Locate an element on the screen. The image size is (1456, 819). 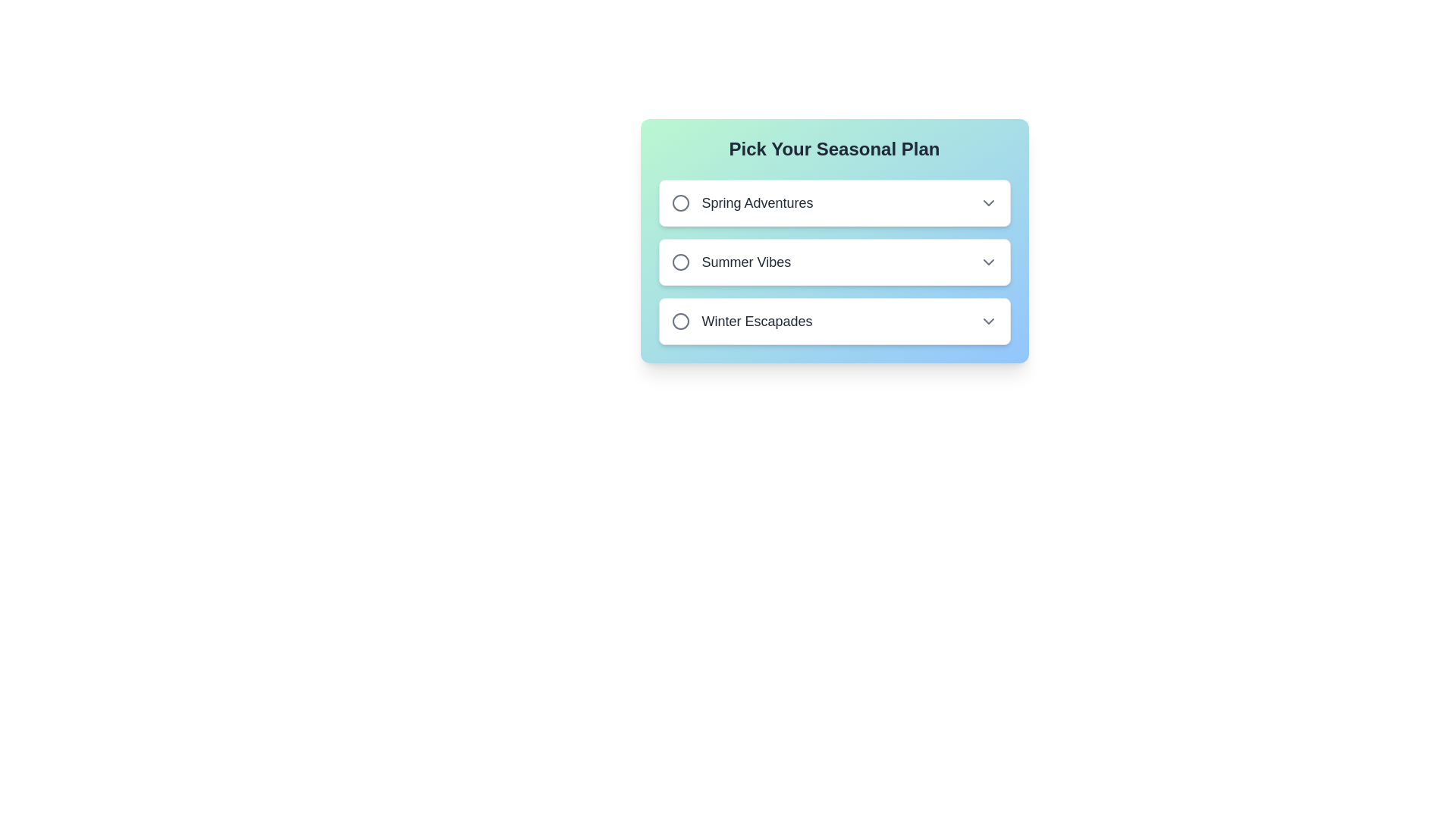
the chevron icon indicating a dropdown or menu expansion option associated with the 'Spring Adventures' option is located at coordinates (988, 202).